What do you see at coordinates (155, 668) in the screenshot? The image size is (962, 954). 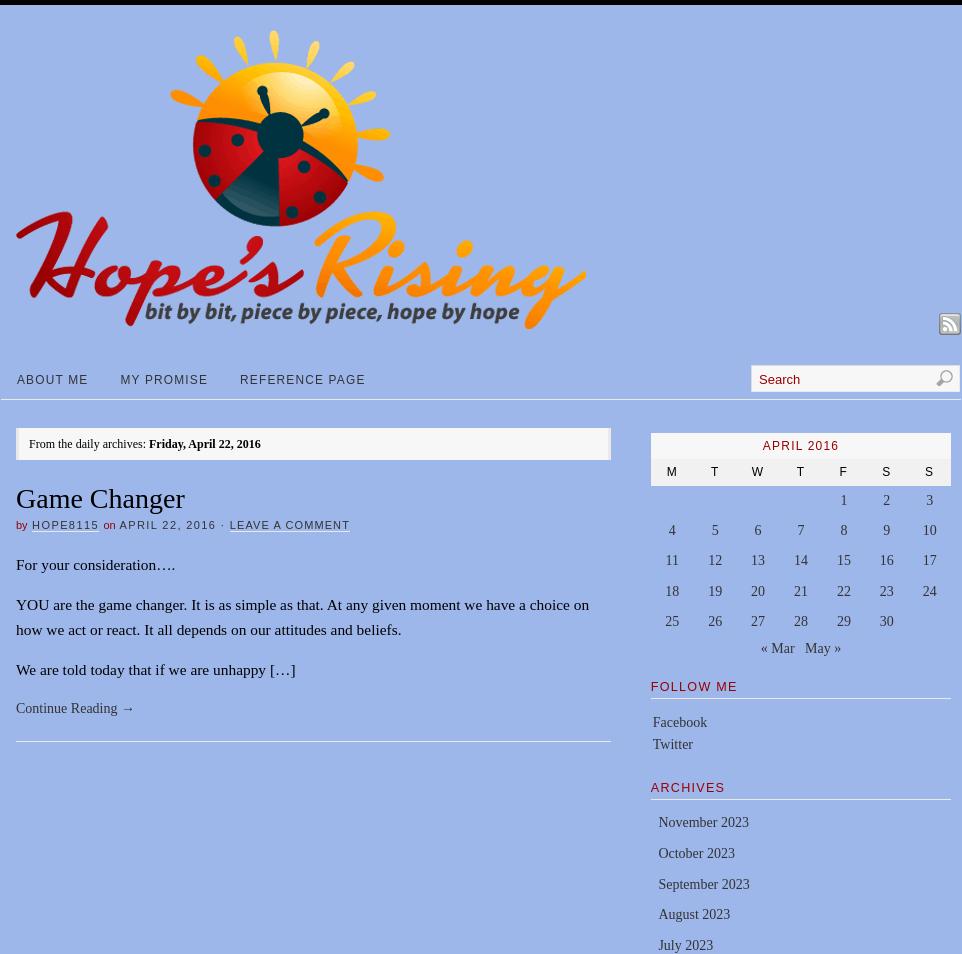 I see `'We are told today that if we are unhappy […]'` at bounding box center [155, 668].